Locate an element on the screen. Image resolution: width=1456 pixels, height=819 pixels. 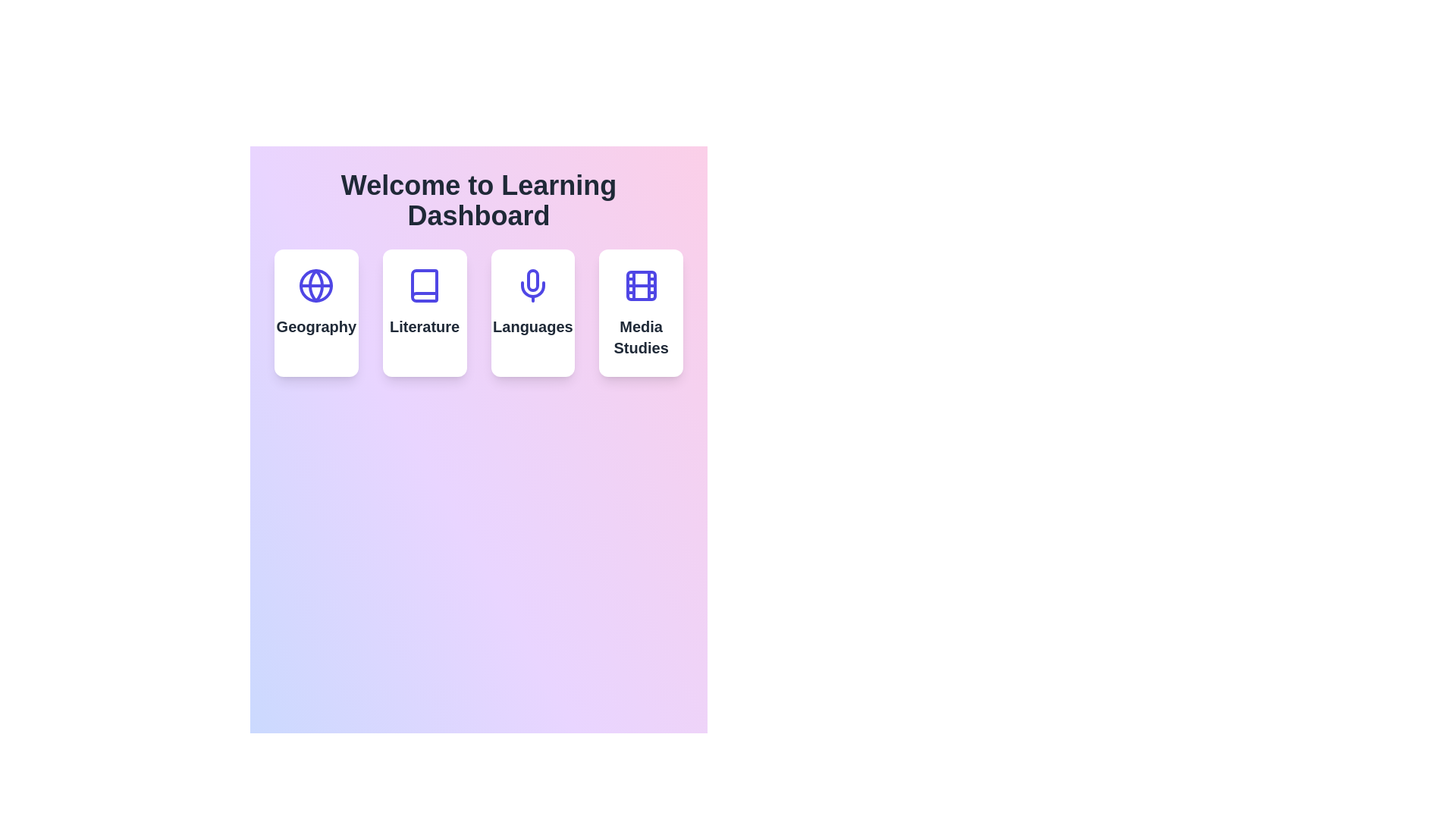
the Decorative SVG rectangle that enhances the visual representation of the 'Media Studies' card, located in the fourth column of the dashboard interface is located at coordinates (641, 286).